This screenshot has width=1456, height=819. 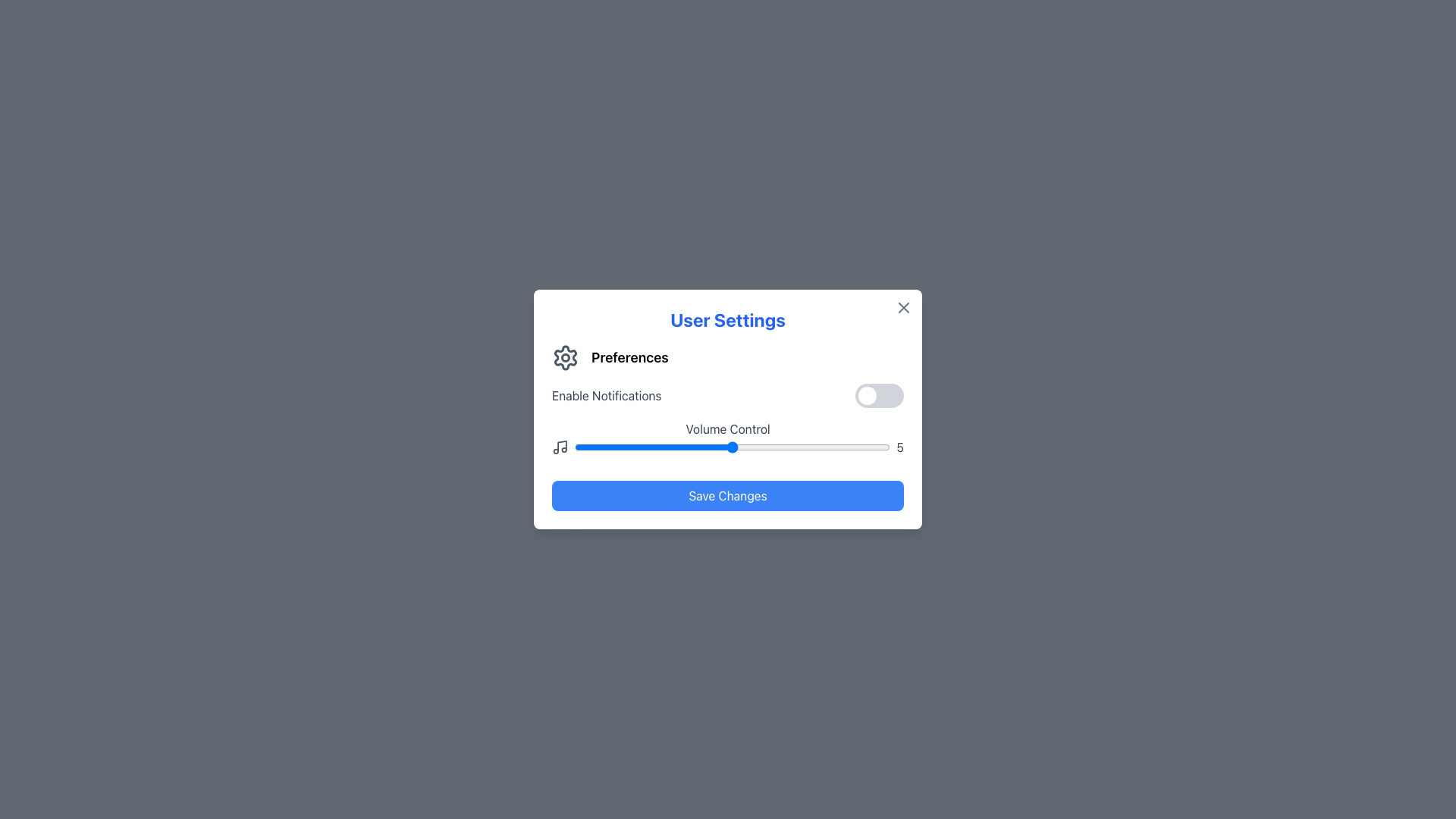 I want to click on the toggle switch for 'Enable Notifications', so click(x=880, y=394).